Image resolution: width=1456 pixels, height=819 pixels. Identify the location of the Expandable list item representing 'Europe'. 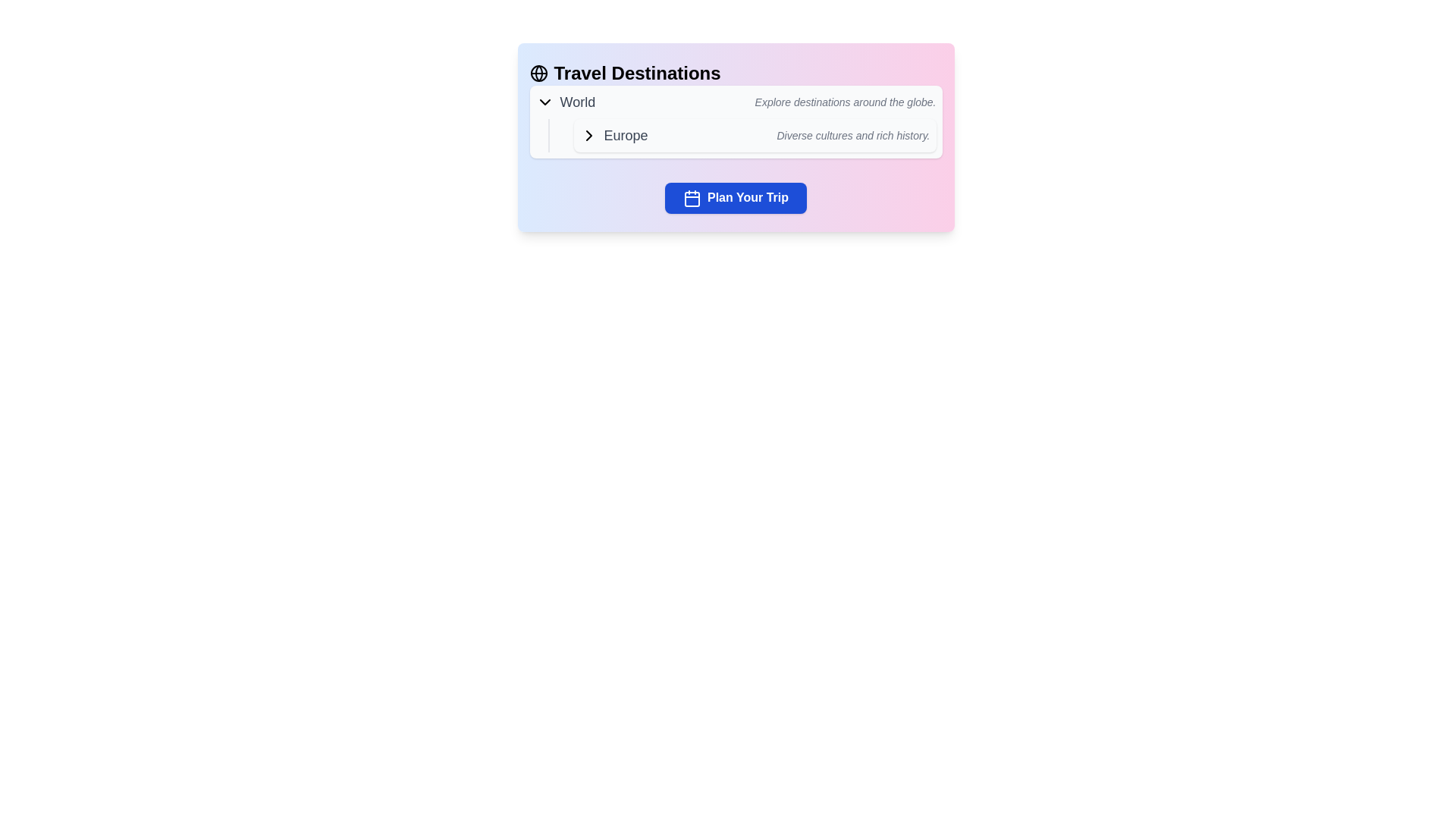
(742, 134).